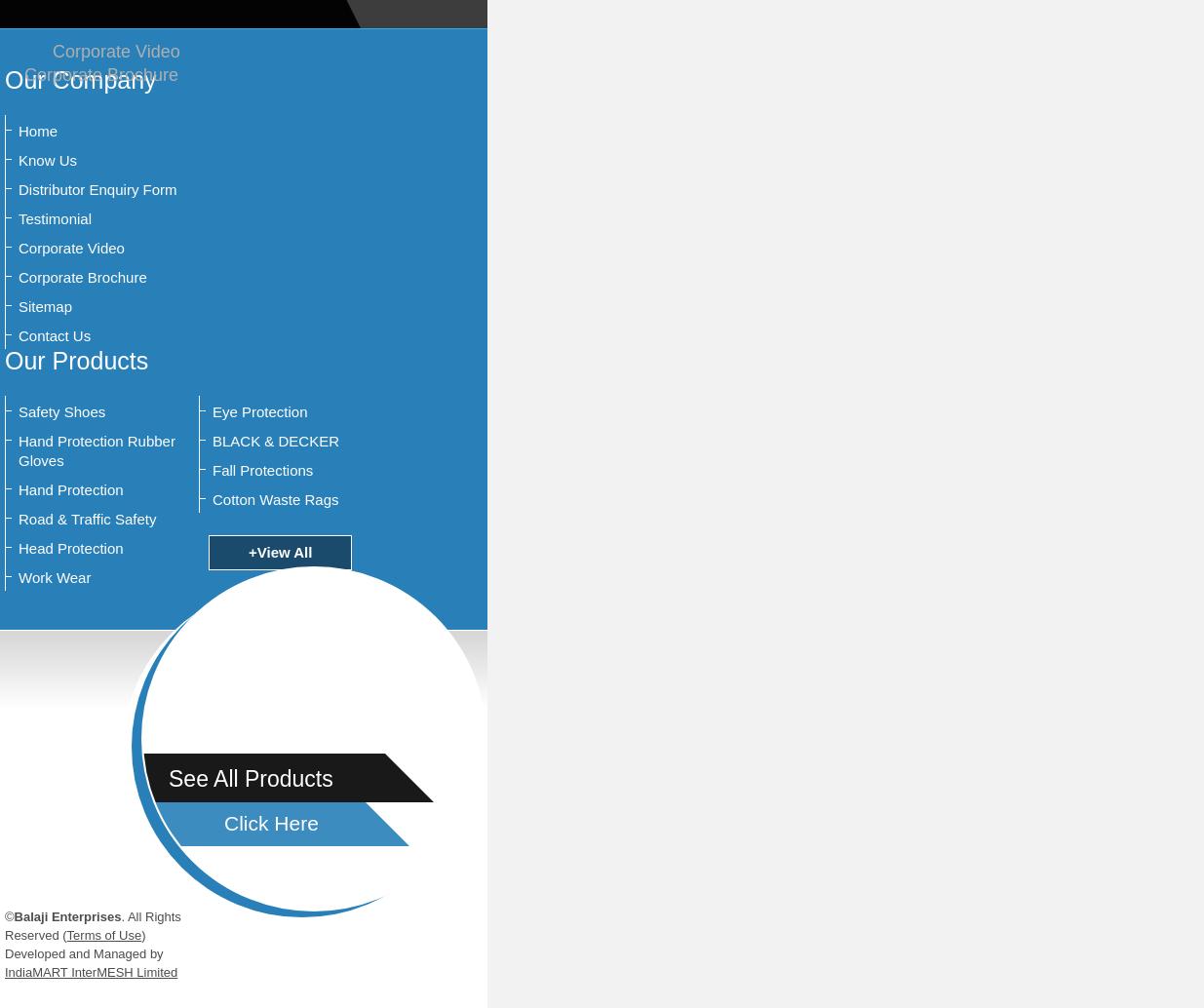 The image size is (1204, 1008). I want to click on 'Distributor Enquiry Form', so click(97, 189).